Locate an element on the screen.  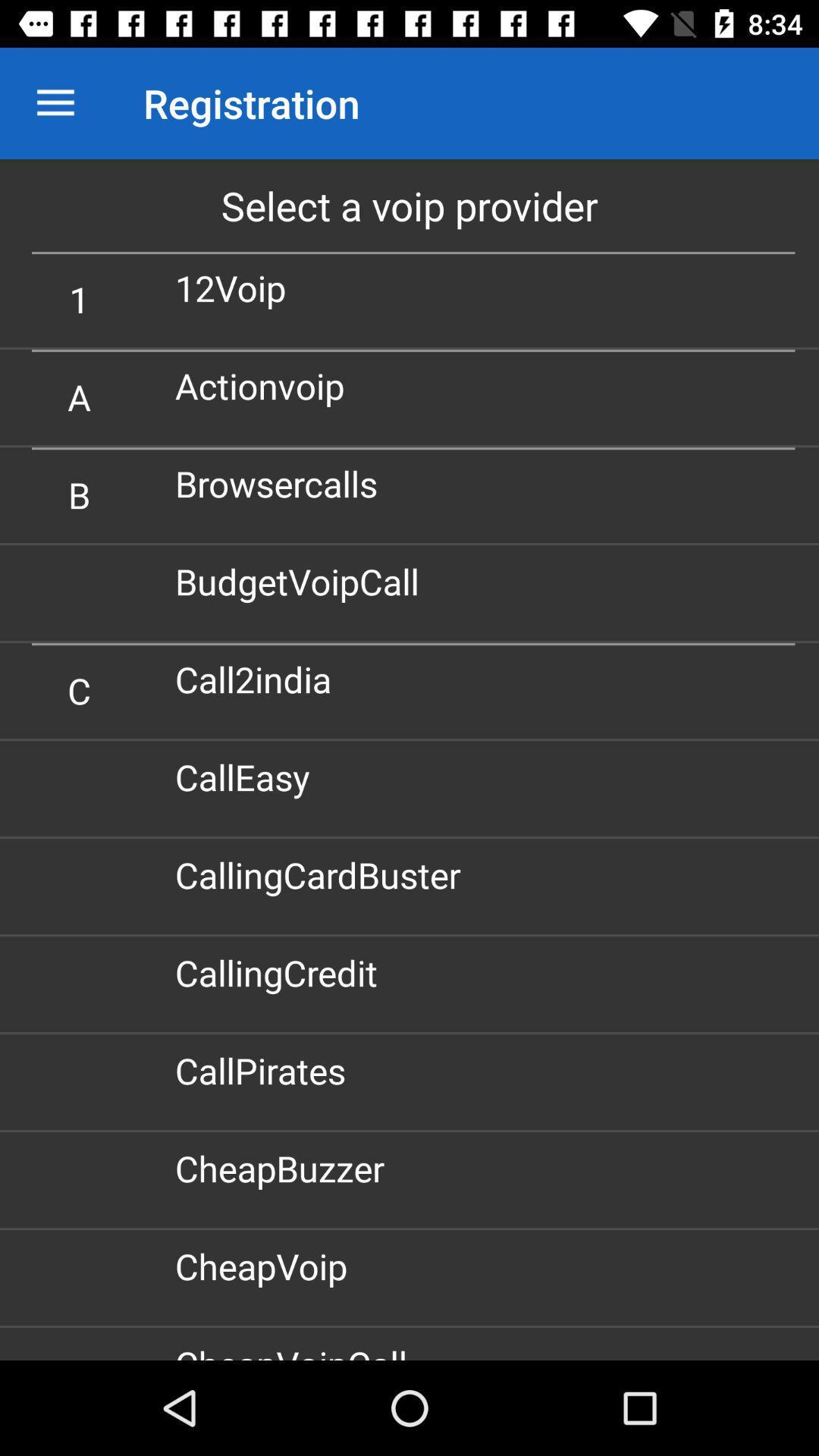
icon below the browsercalls is located at coordinates (303, 580).